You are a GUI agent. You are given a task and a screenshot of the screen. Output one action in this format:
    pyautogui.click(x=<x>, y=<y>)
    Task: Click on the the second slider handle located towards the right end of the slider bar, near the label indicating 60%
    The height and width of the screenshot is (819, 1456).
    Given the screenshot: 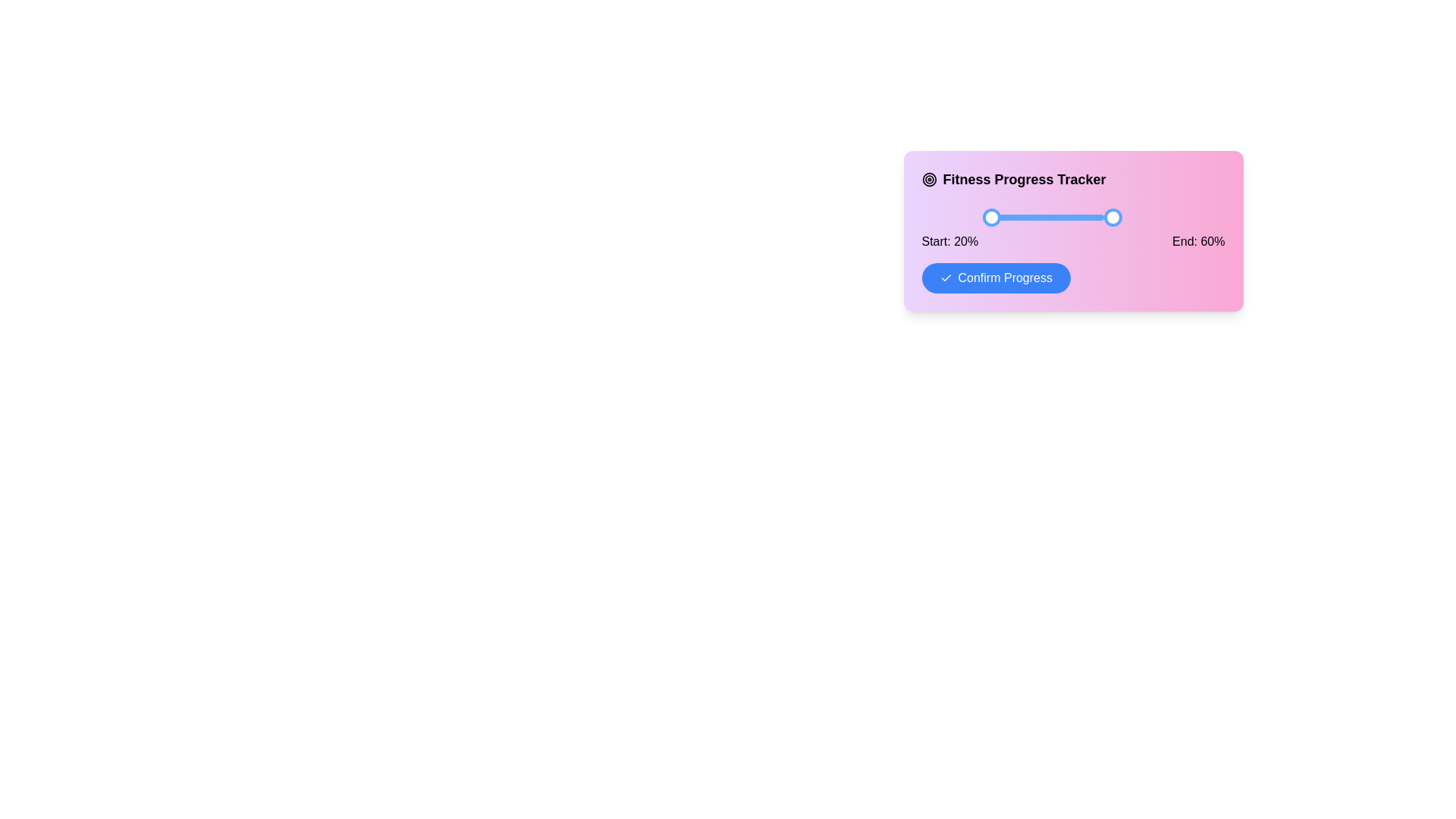 What is the action you would take?
    pyautogui.click(x=1112, y=217)
    